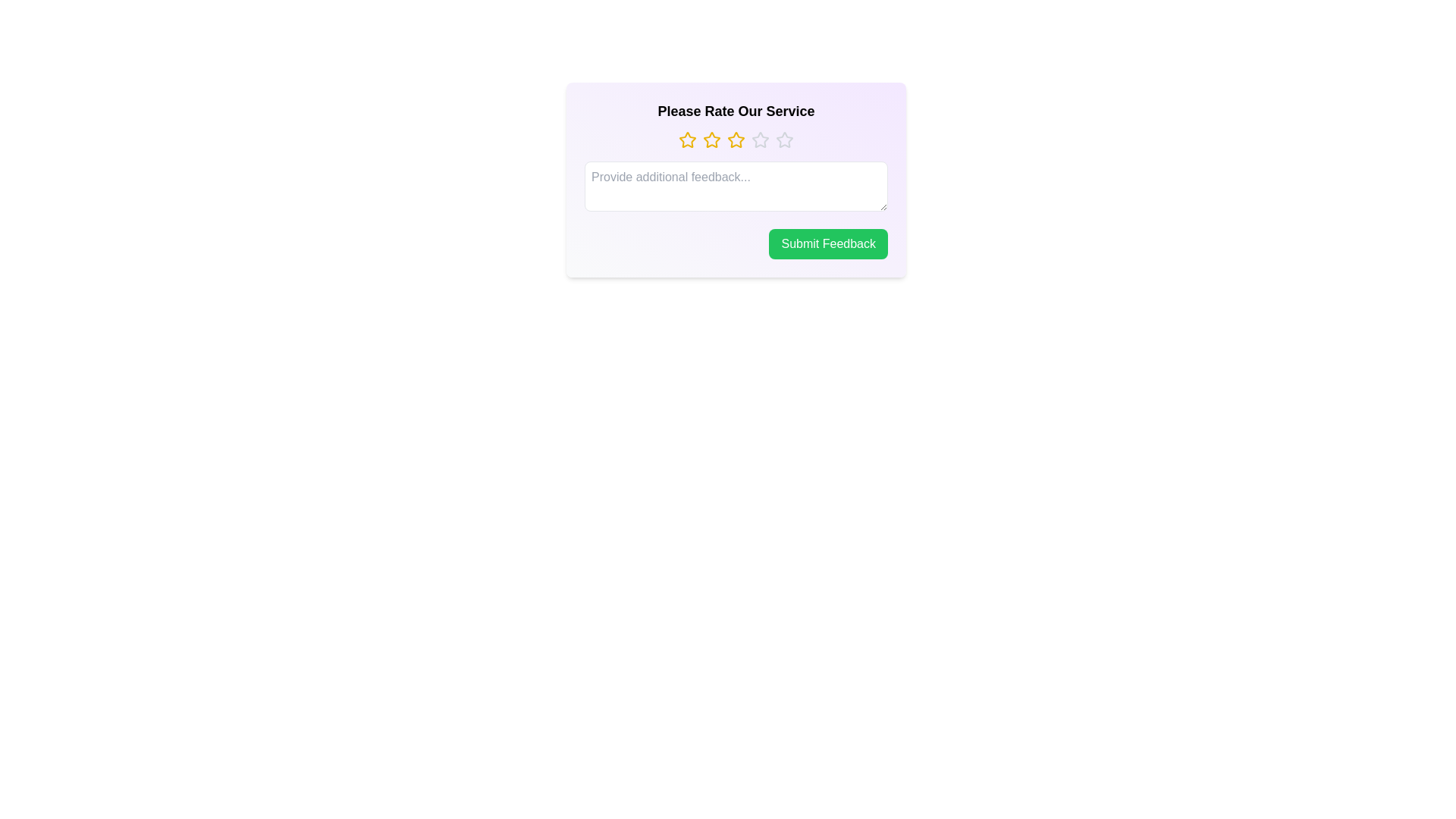 The width and height of the screenshot is (1456, 819). What do you see at coordinates (687, 140) in the screenshot?
I see `the star corresponding to the 1 value to set the rating` at bounding box center [687, 140].